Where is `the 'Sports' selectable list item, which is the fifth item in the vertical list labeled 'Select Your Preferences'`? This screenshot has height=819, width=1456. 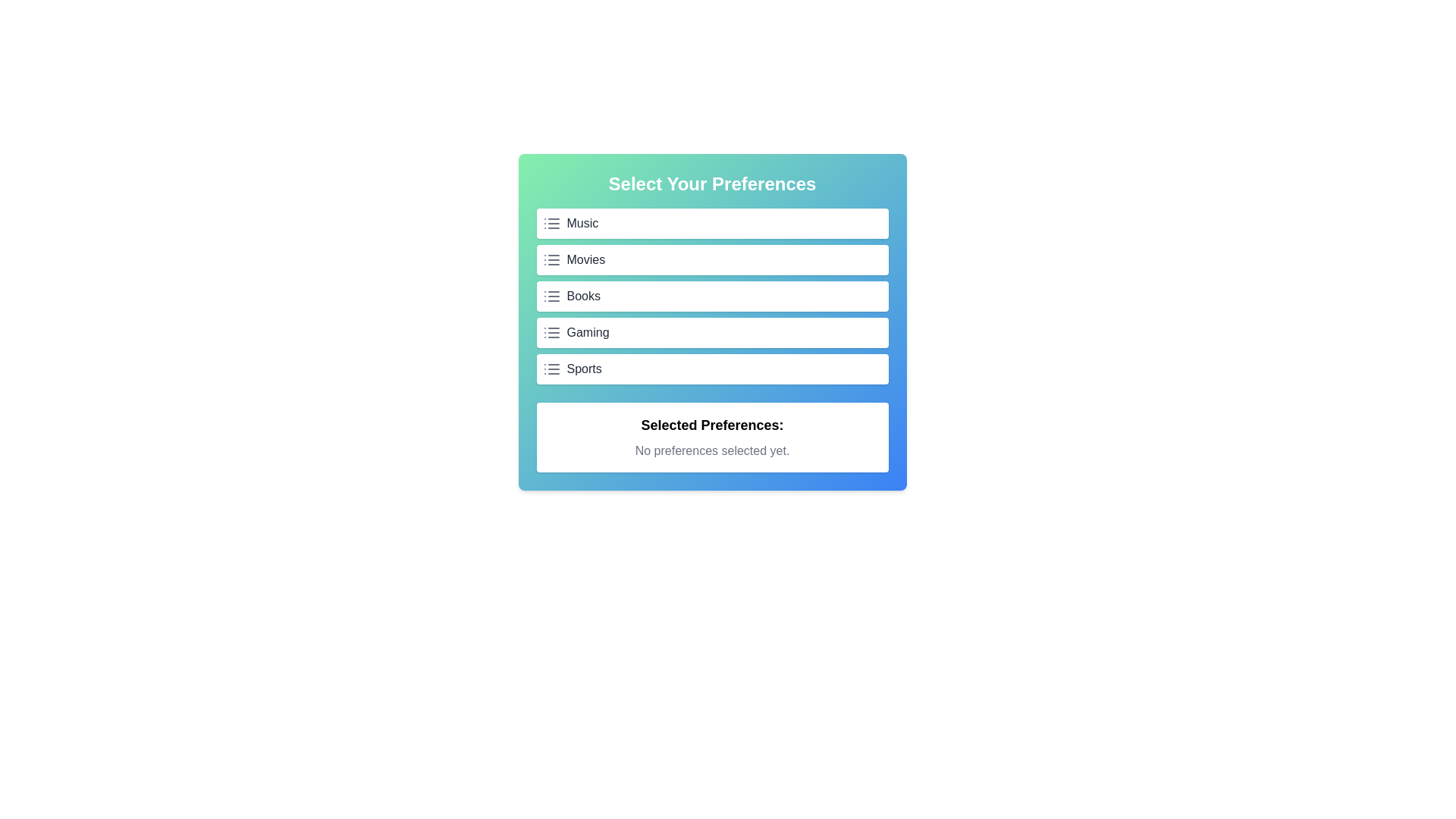 the 'Sports' selectable list item, which is the fifth item in the vertical list labeled 'Select Your Preferences' is located at coordinates (583, 369).